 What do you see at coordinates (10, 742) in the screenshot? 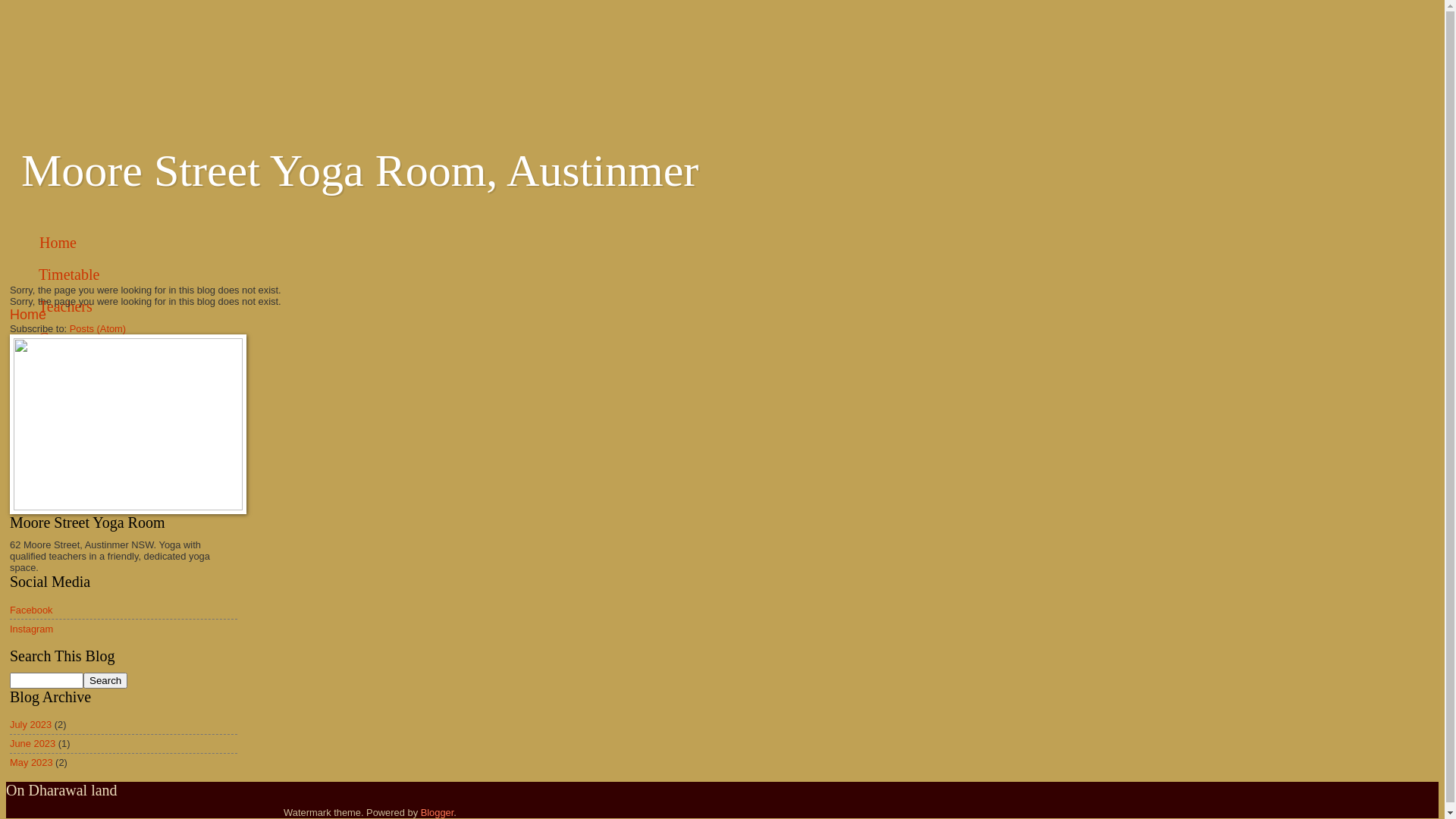
I see `'June 2023'` at bounding box center [10, 742].